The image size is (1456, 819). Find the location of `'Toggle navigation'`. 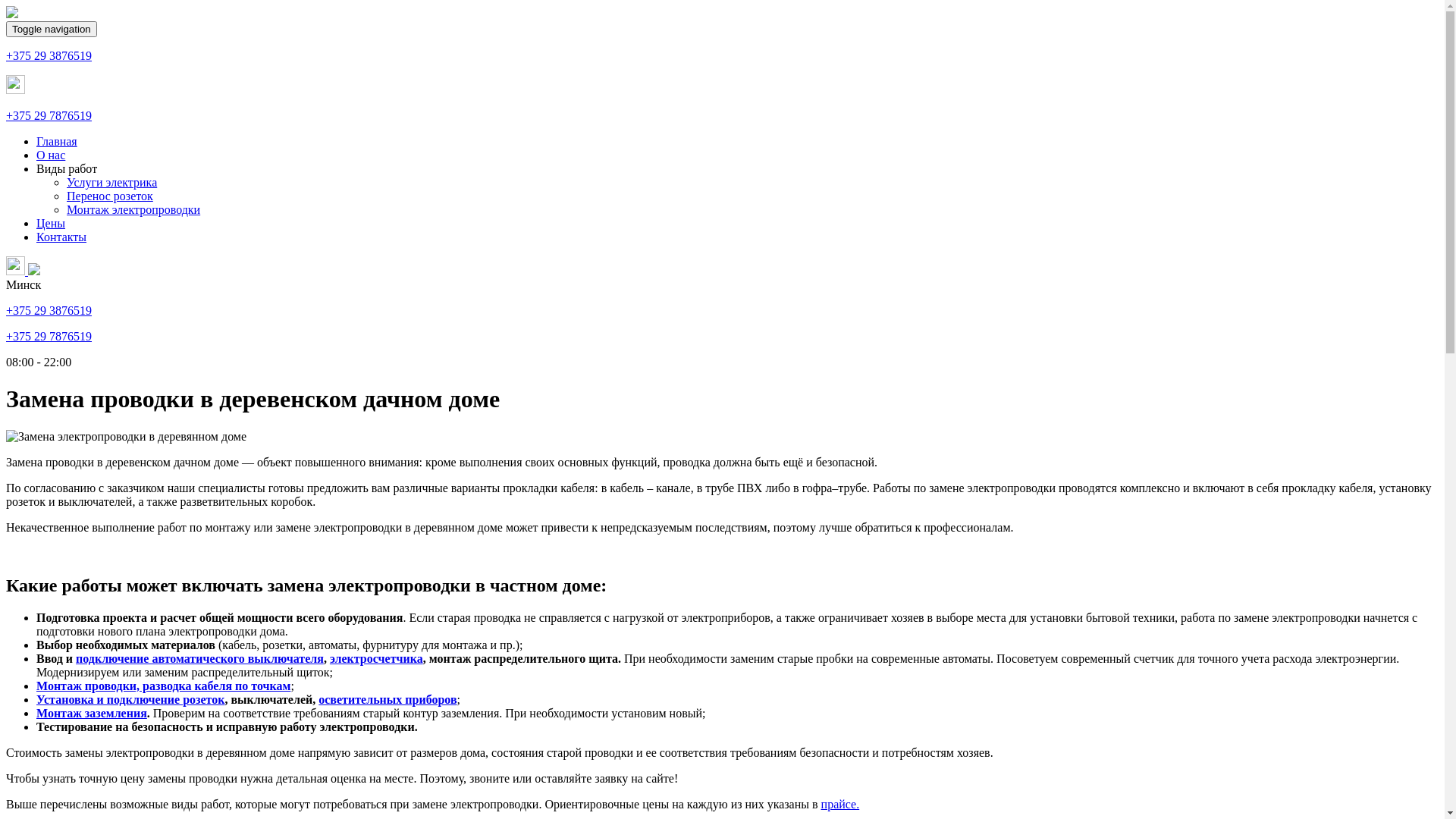

'Toggle navigation' is located at coordinates (51, 29).